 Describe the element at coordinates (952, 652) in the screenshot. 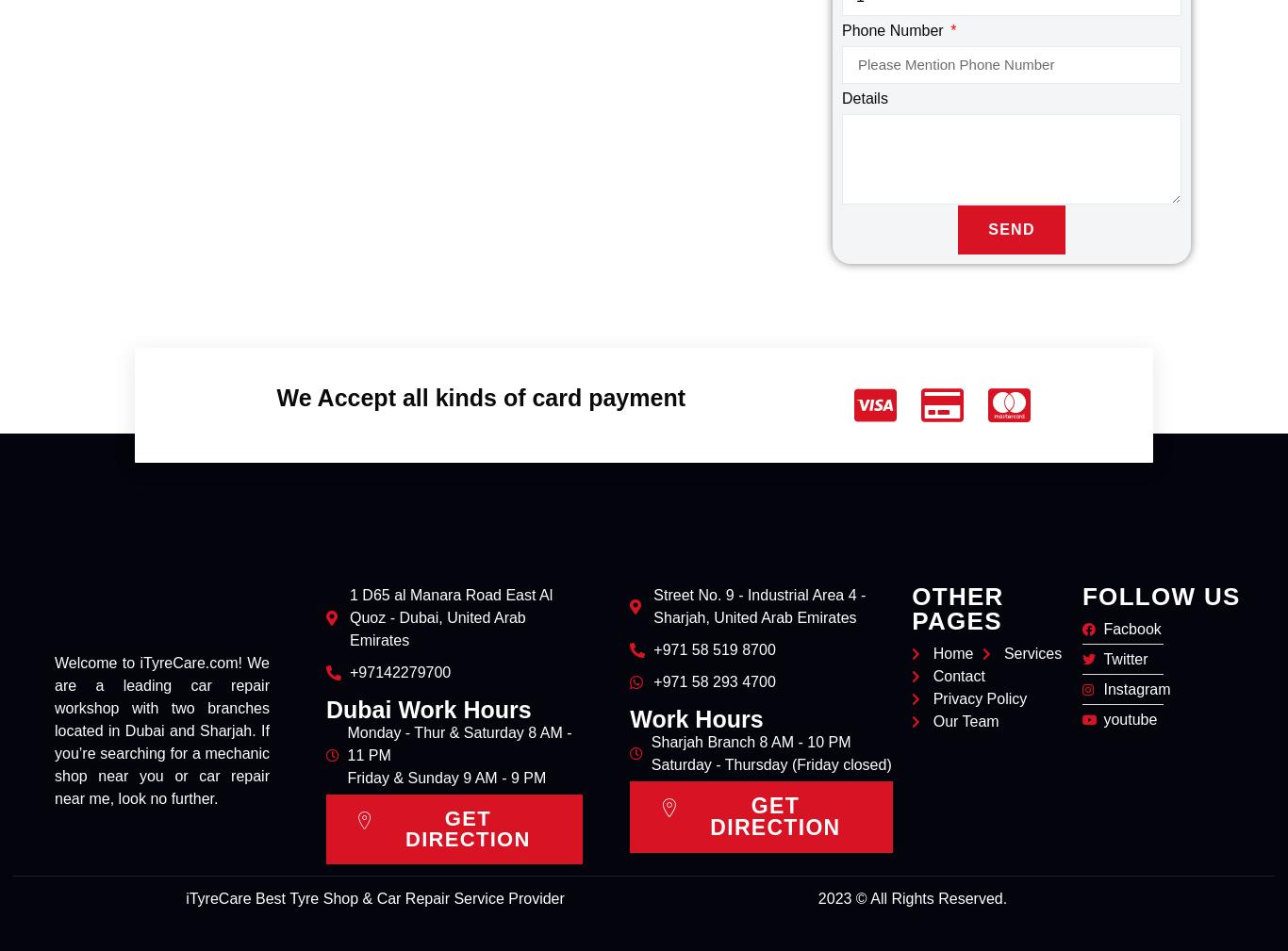

I see `'Home'` at that location.